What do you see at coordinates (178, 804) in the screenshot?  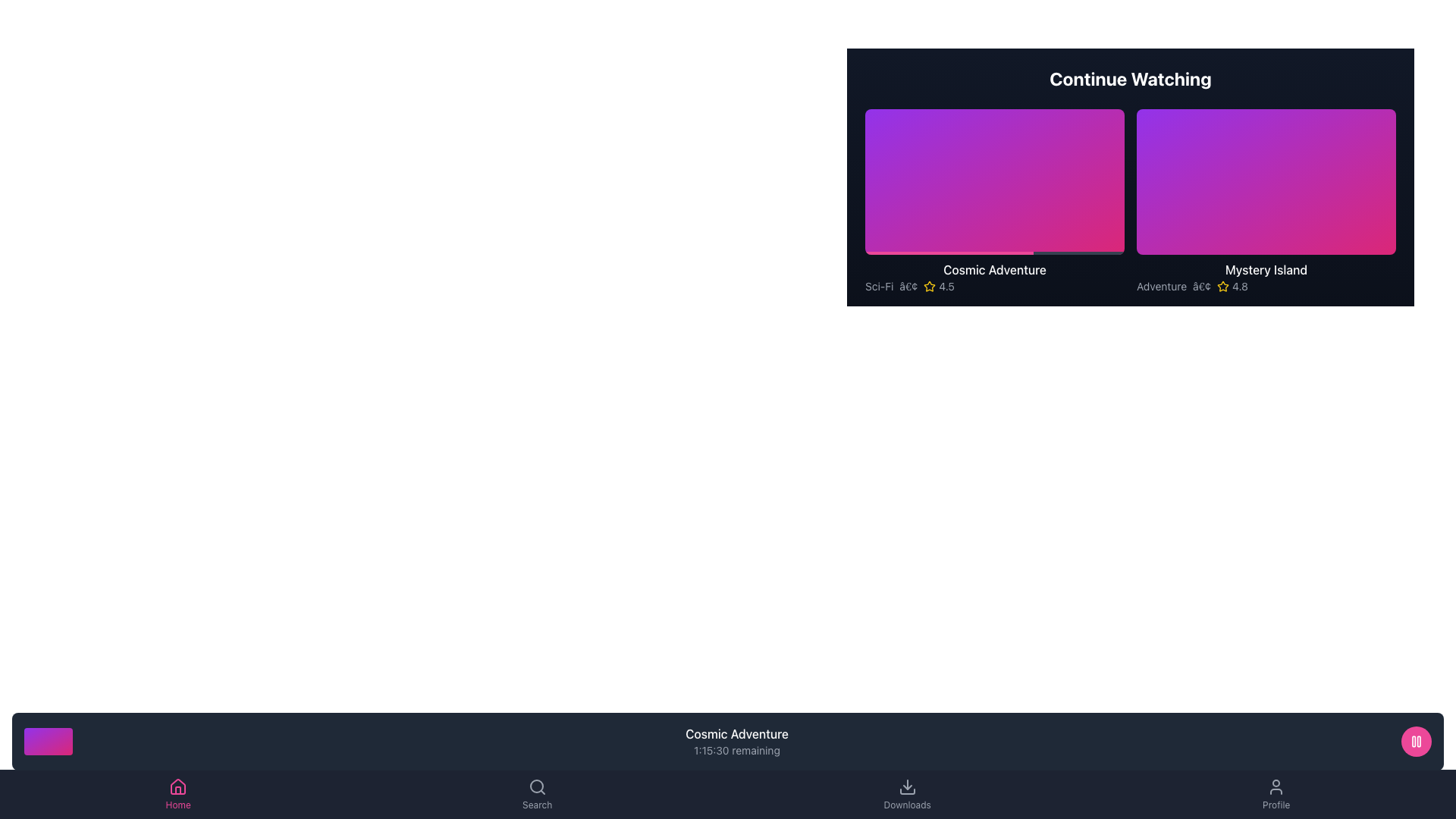 I see `the 'Home' text label in the bottom navigation bar, which is styled in a small font and indicates an active state, located below a house-shaped icon` at bounding box center [178, 804].